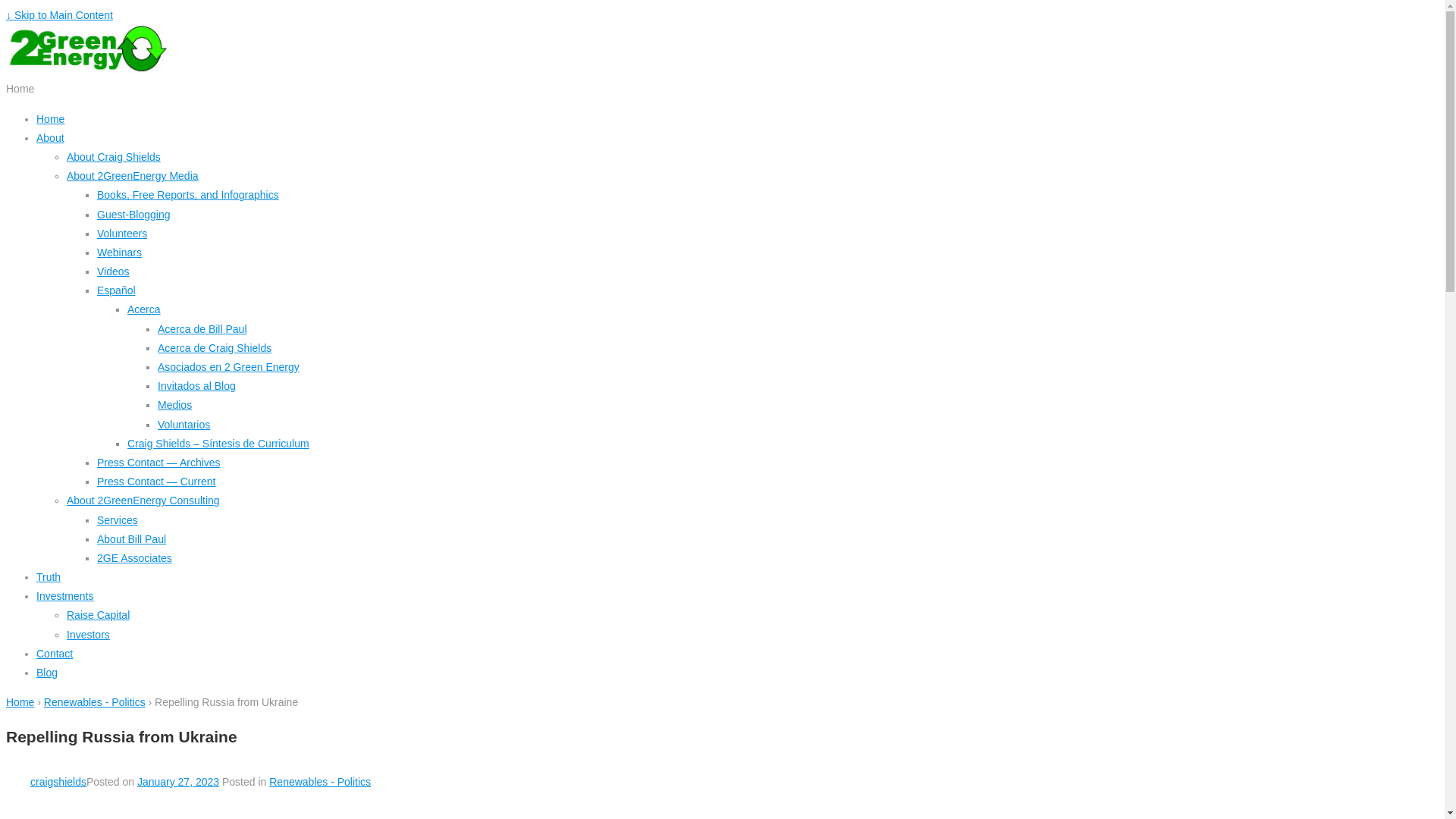  What do you see at coordinates (112, 271) in the screenshot?
I see `'Videos'` at bounding box center [112, 271].